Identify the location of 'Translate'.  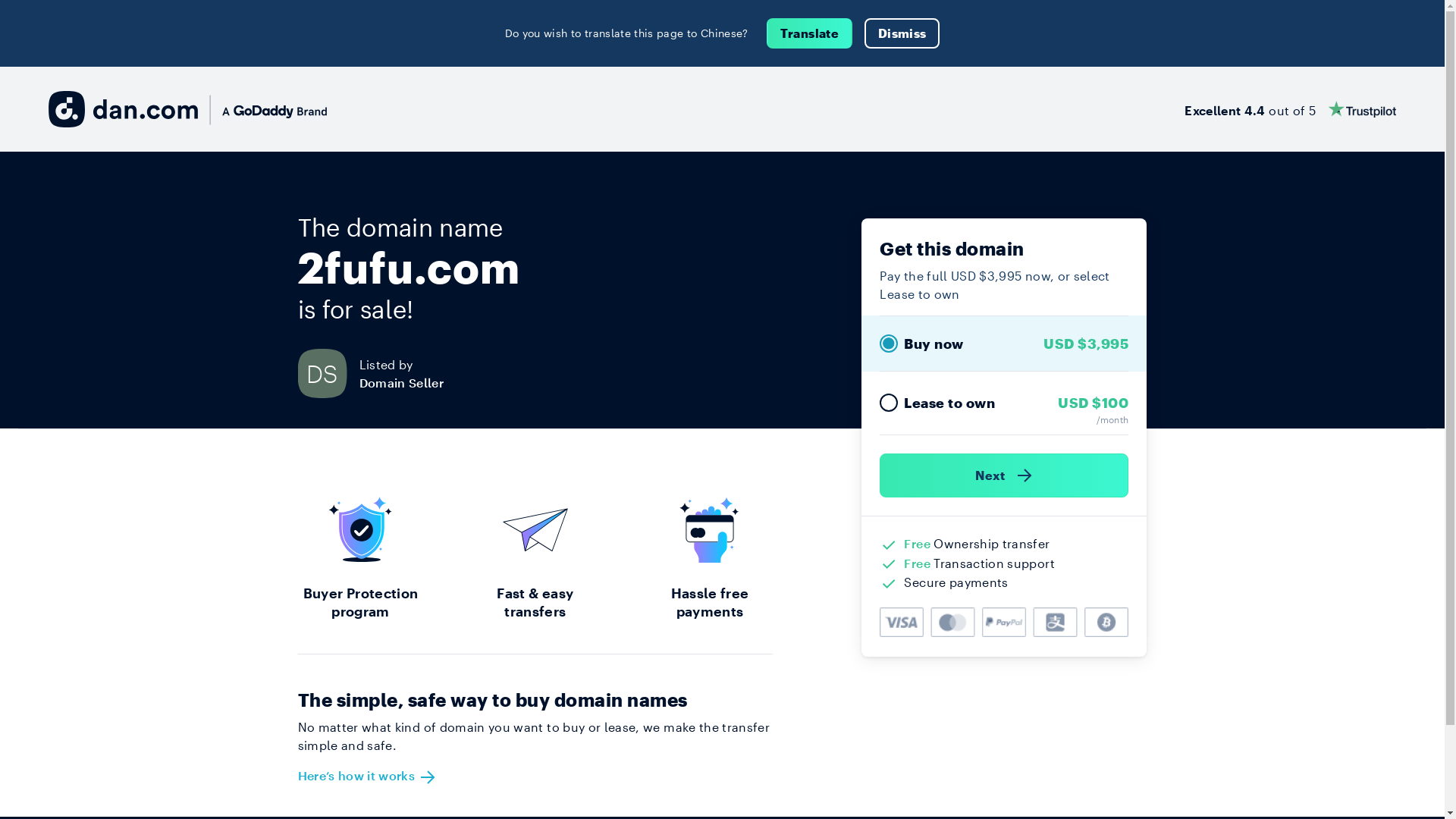
(808, 33).